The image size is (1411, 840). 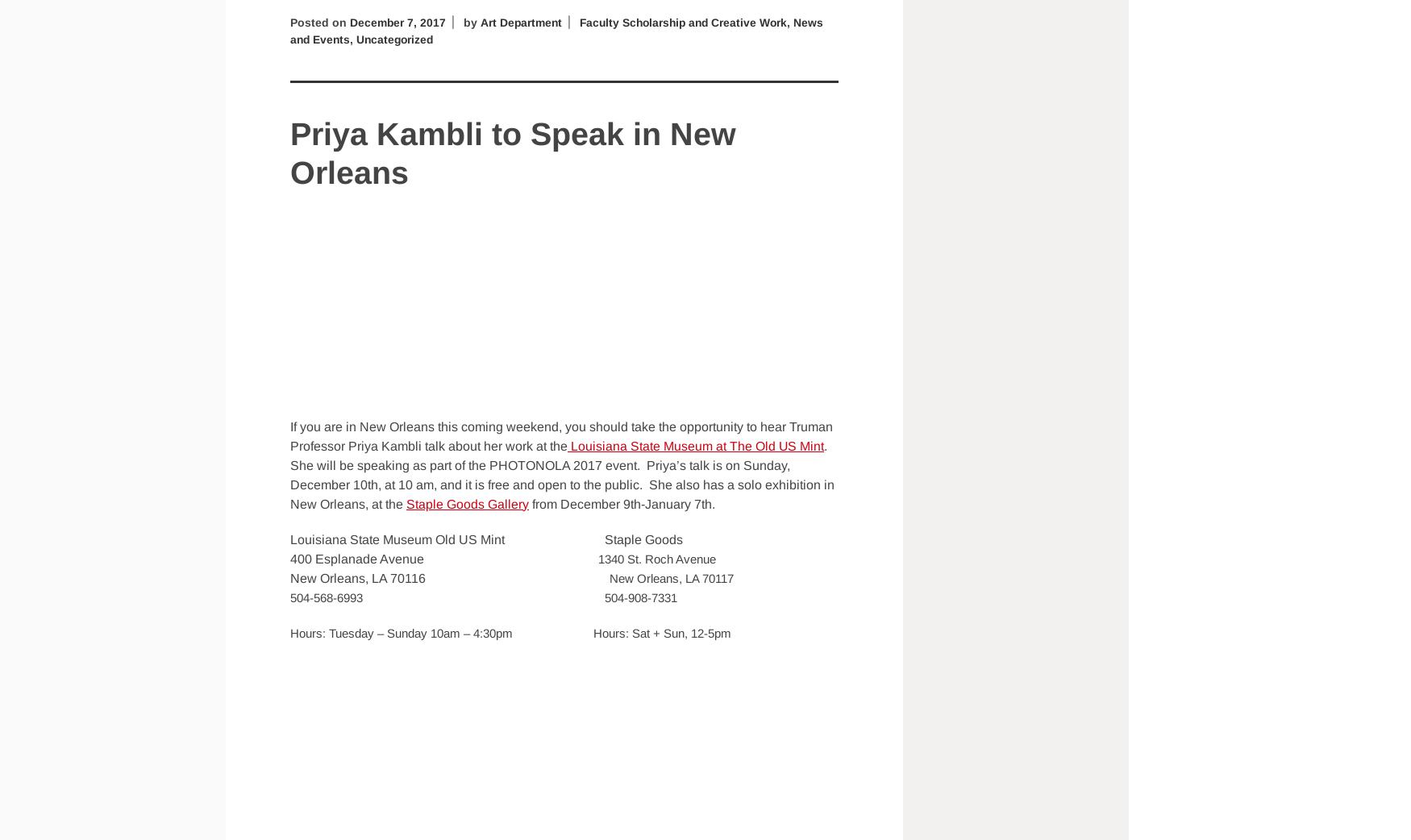 What do you see at coordinates (672, 576) in the screenshot?
I see `'New Orleans, LA 70117'` at bounding box center [672, 576].